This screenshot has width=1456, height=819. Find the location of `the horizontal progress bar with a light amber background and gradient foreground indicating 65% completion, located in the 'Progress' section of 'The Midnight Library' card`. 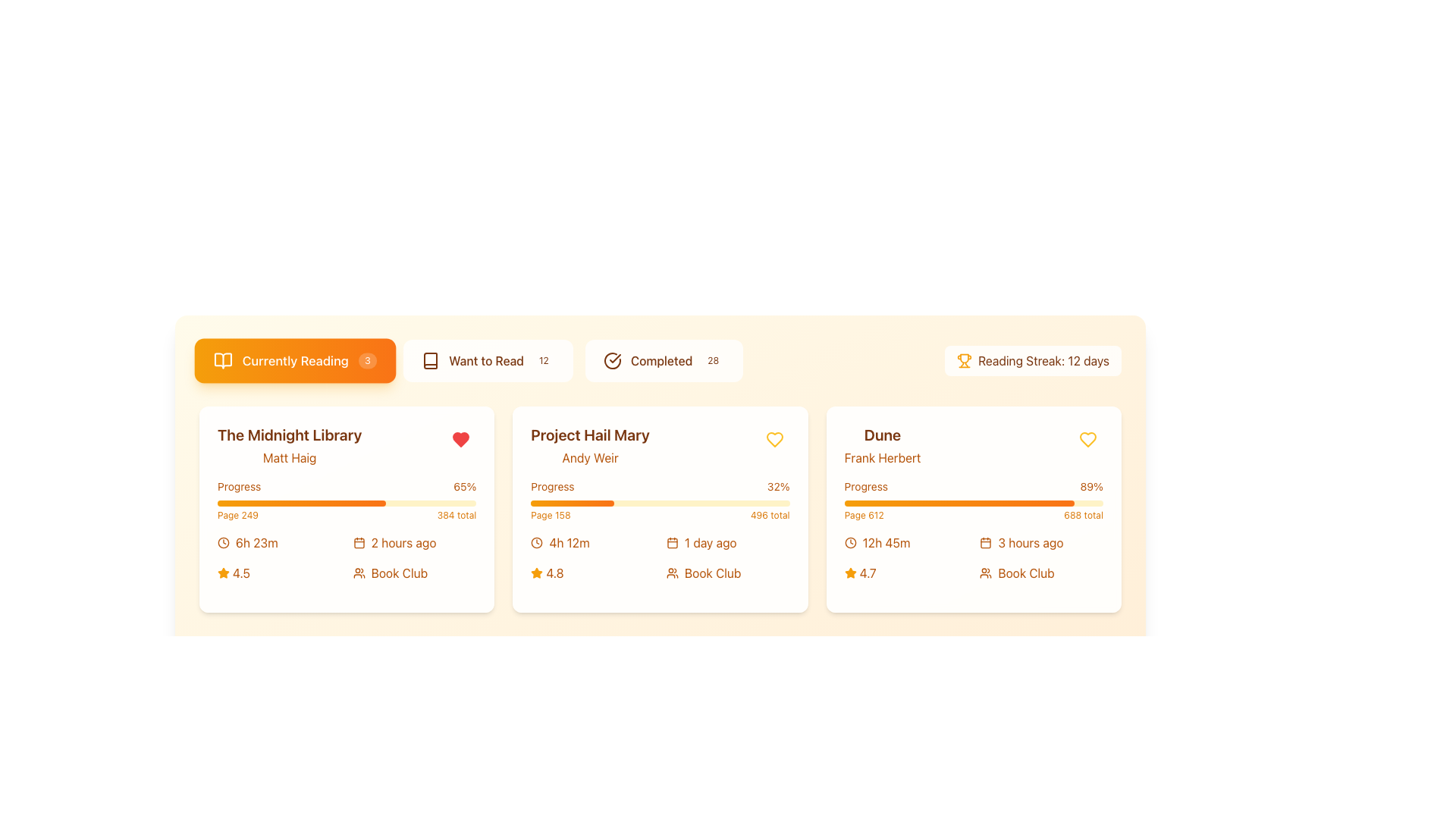

the horizontal progress bar with a light amber background and gradient foreground indicating 65% completion, located in the 'Progress' section of 'The Midnight Library' card is located at coordinates (346, 503).